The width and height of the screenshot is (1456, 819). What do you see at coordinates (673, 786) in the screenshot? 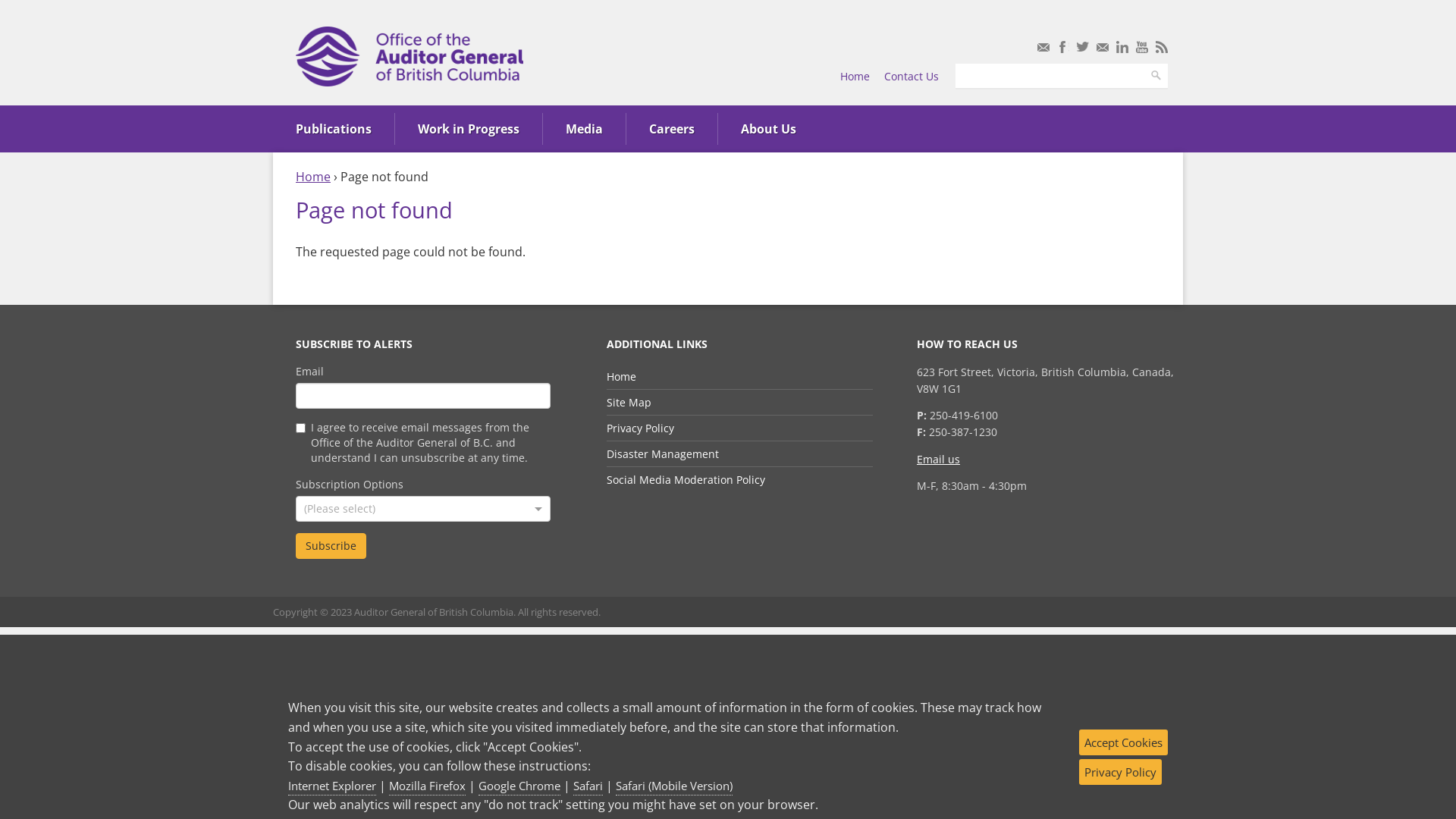
I see `'Safari (Mobile Version)'` at bounding box center [673, 786].